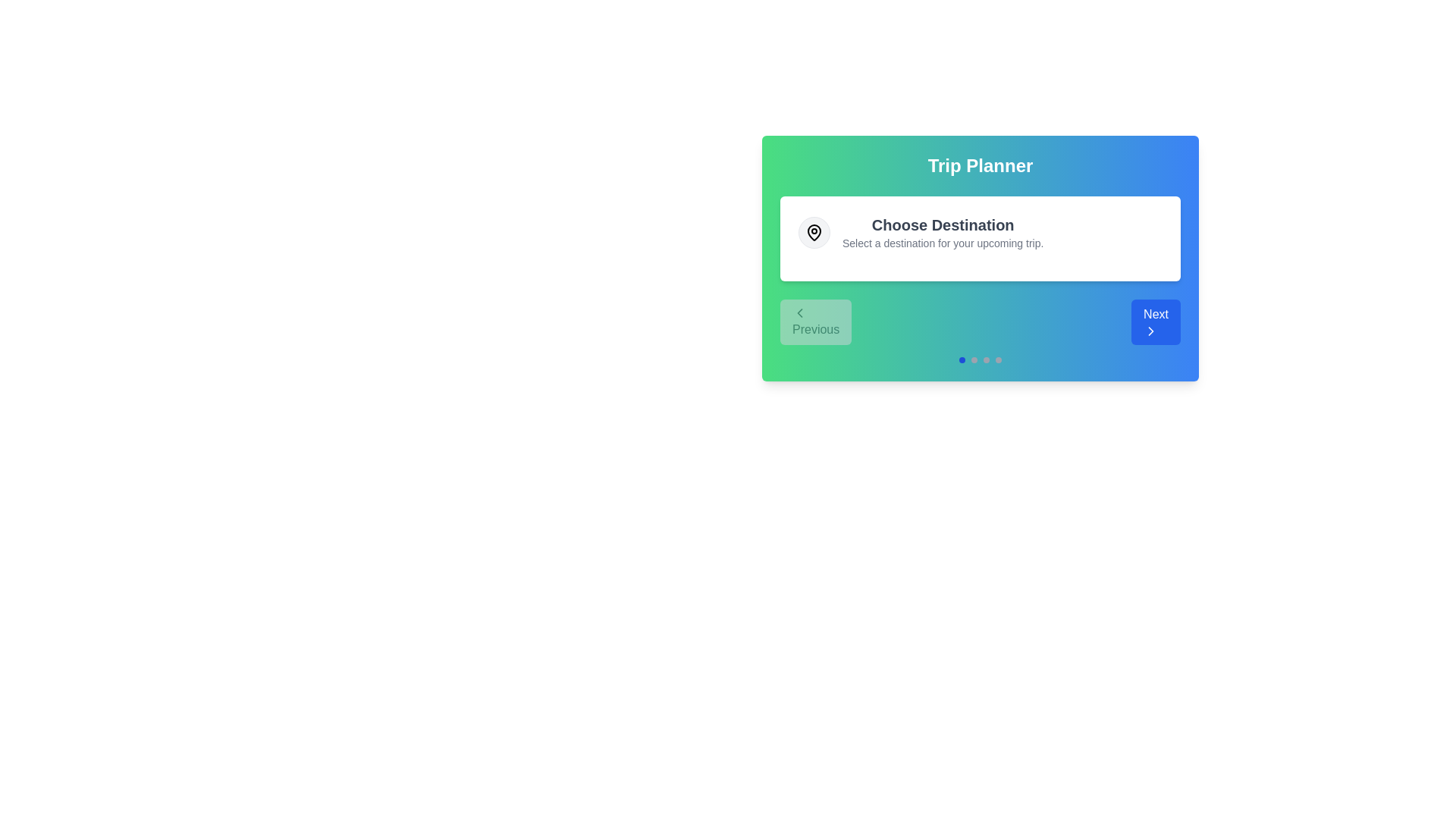  I want to click on the right-facing chevron icon within the blue 'Next' button at the bottom right of the interface, so click(1151, 330).